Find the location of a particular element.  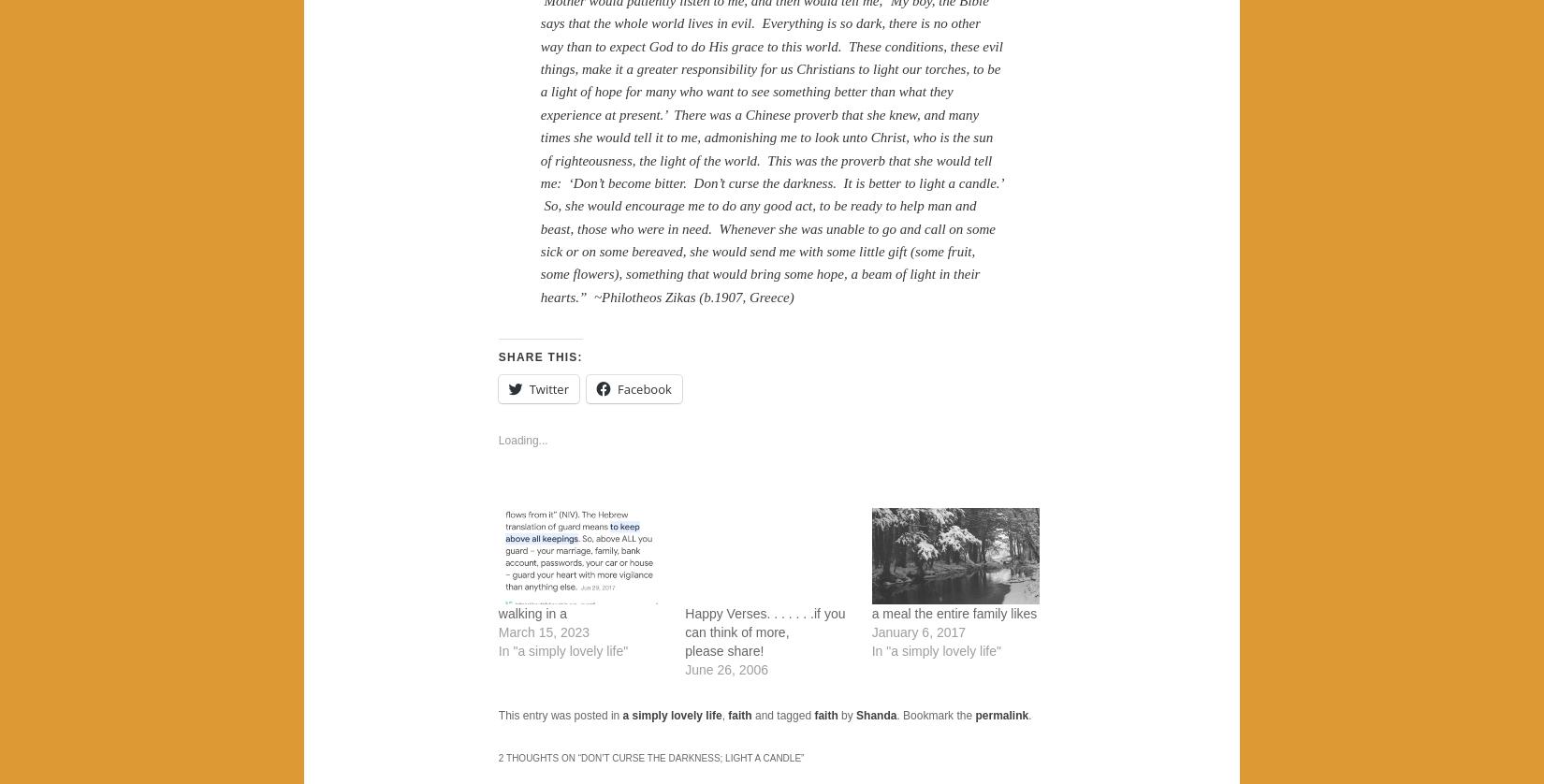

'Share this:' is located at coordinates (496, 356).